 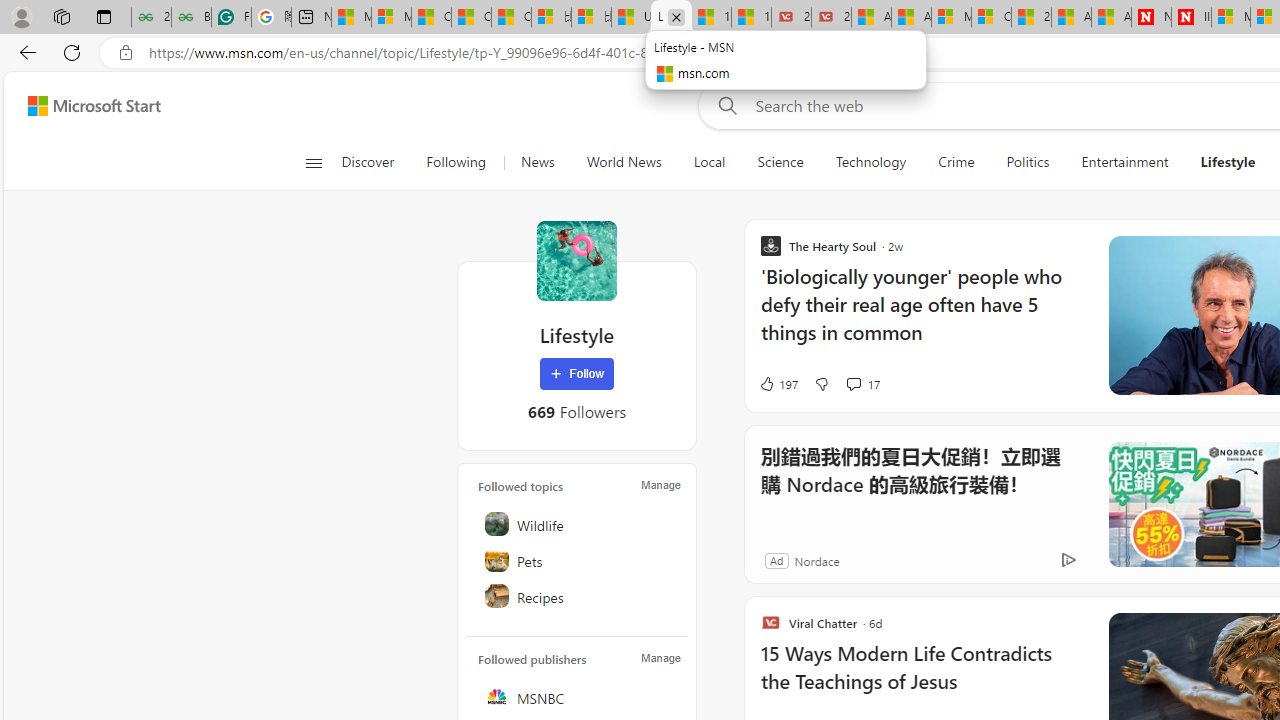 I want to click on 'Local', so click(x=709, y=162).